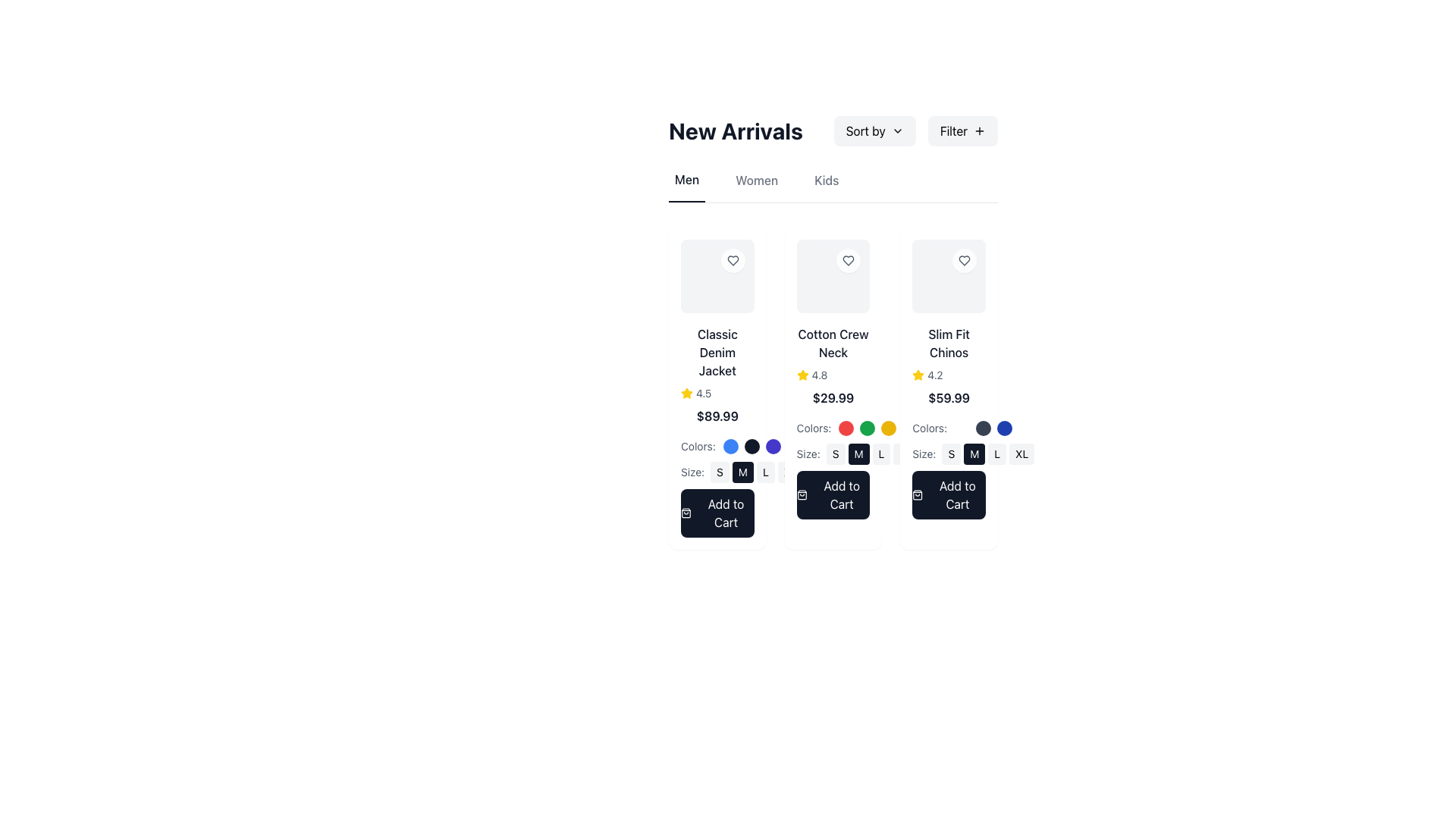 The height and width of the screenshot is (819, 1456). What do you see at coordinates (858, 453) in the screenshot?
I see `the 'M' size selection button located in the second column of the product grid, positioned between the 'S' and 'L' buttons` at bounding box center [858, 453].